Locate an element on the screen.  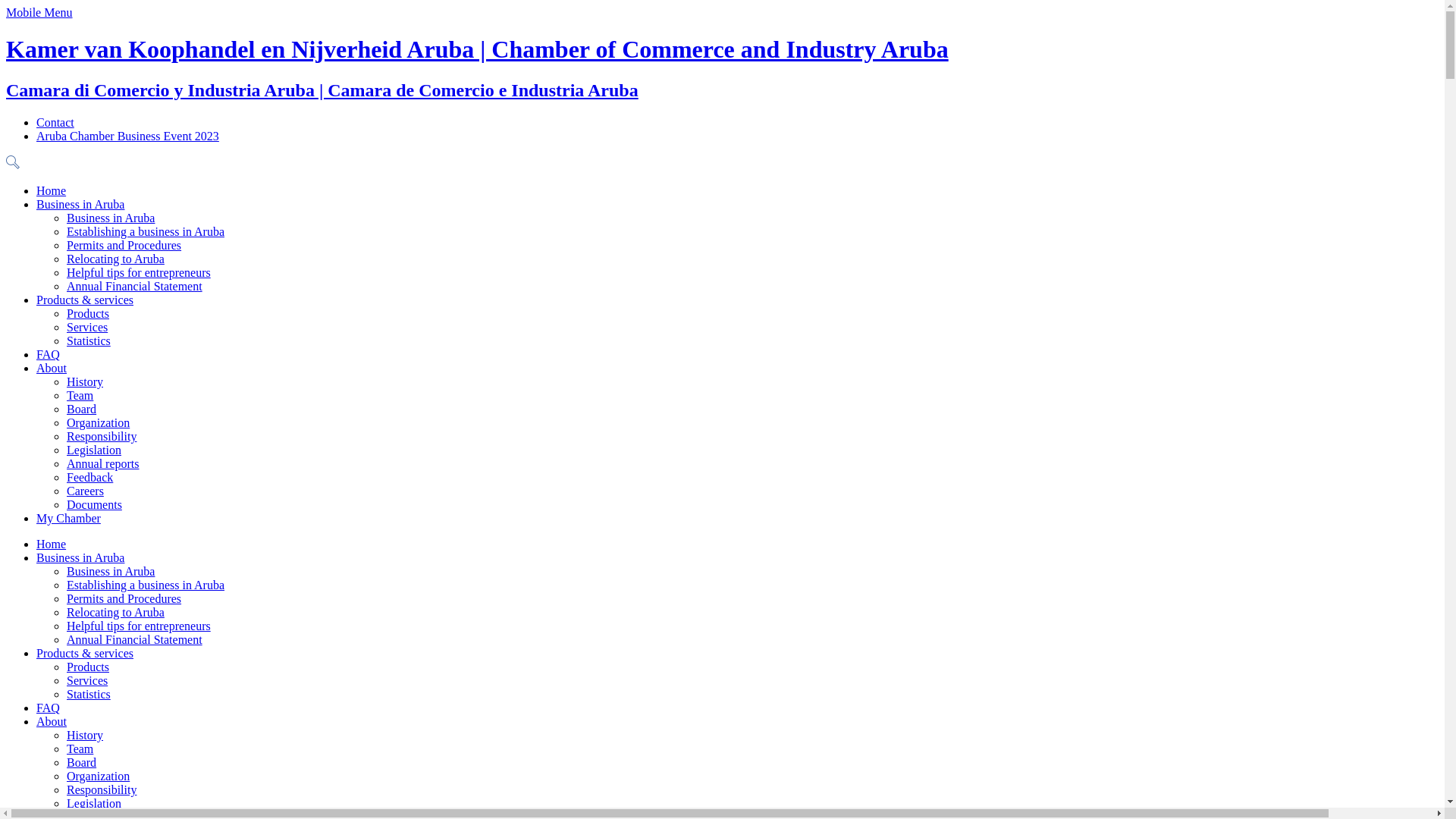
'Home' is located at coordinates (51, 190).